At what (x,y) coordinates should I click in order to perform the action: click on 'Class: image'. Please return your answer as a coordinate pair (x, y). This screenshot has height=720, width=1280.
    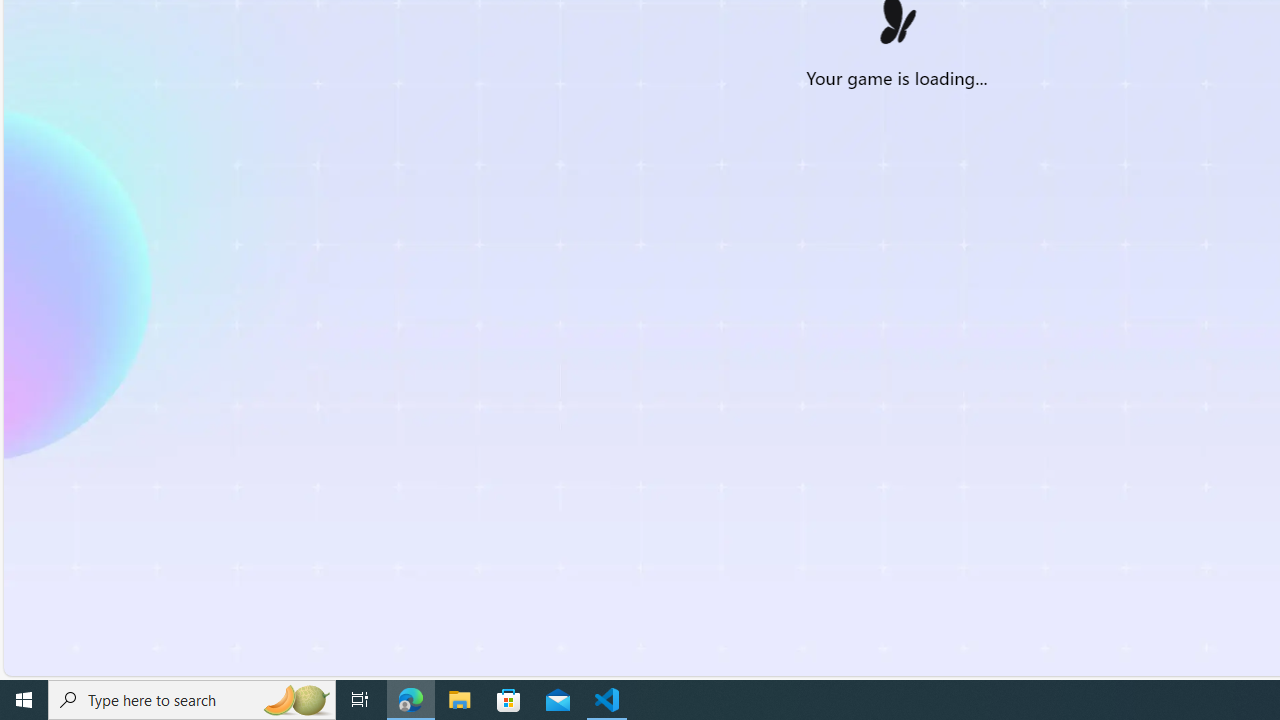
    Looking at the image, I should click on (896, 27).